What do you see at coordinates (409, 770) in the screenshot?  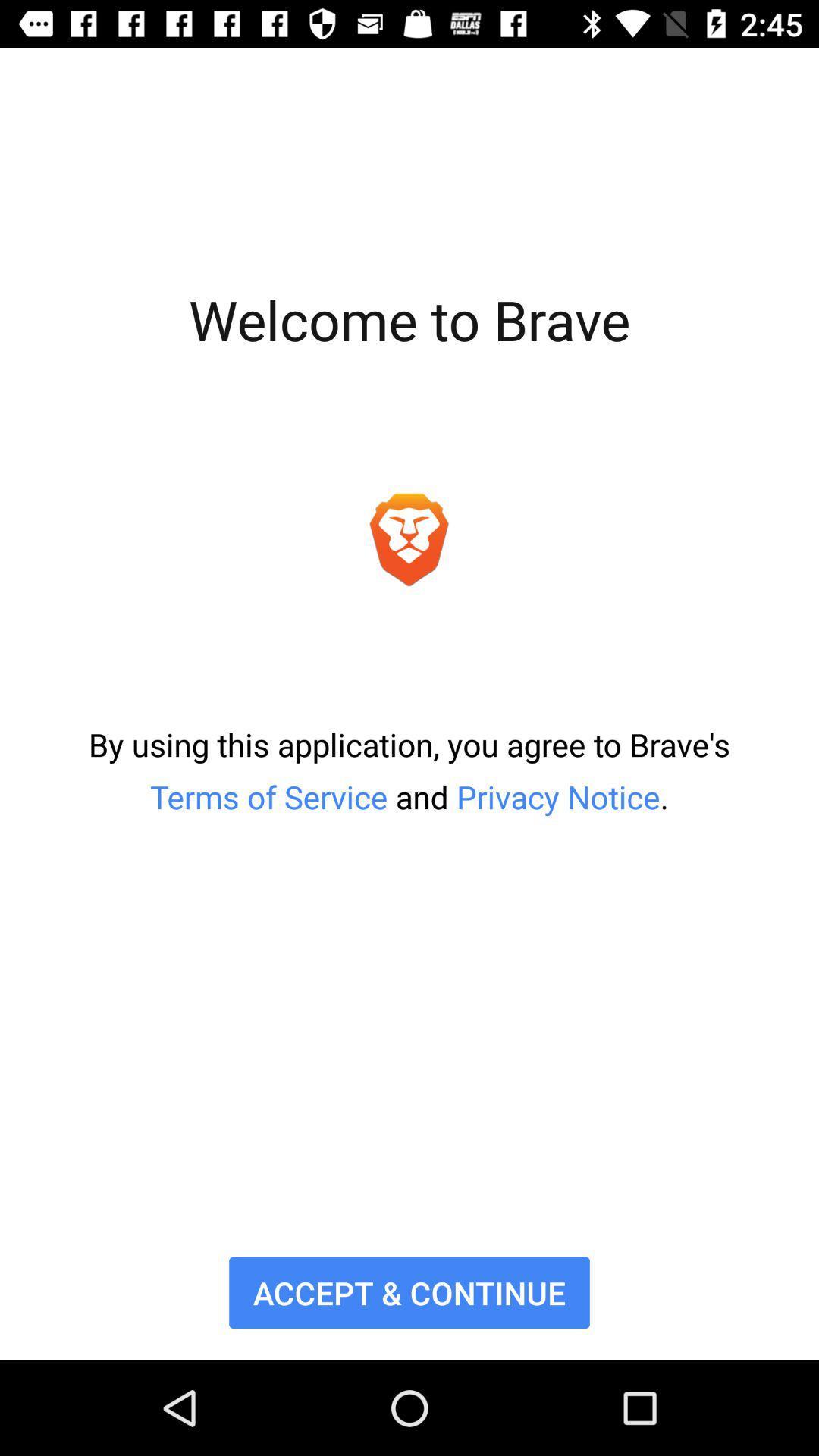 I see `by using this item` at bounding box center [409, 770].